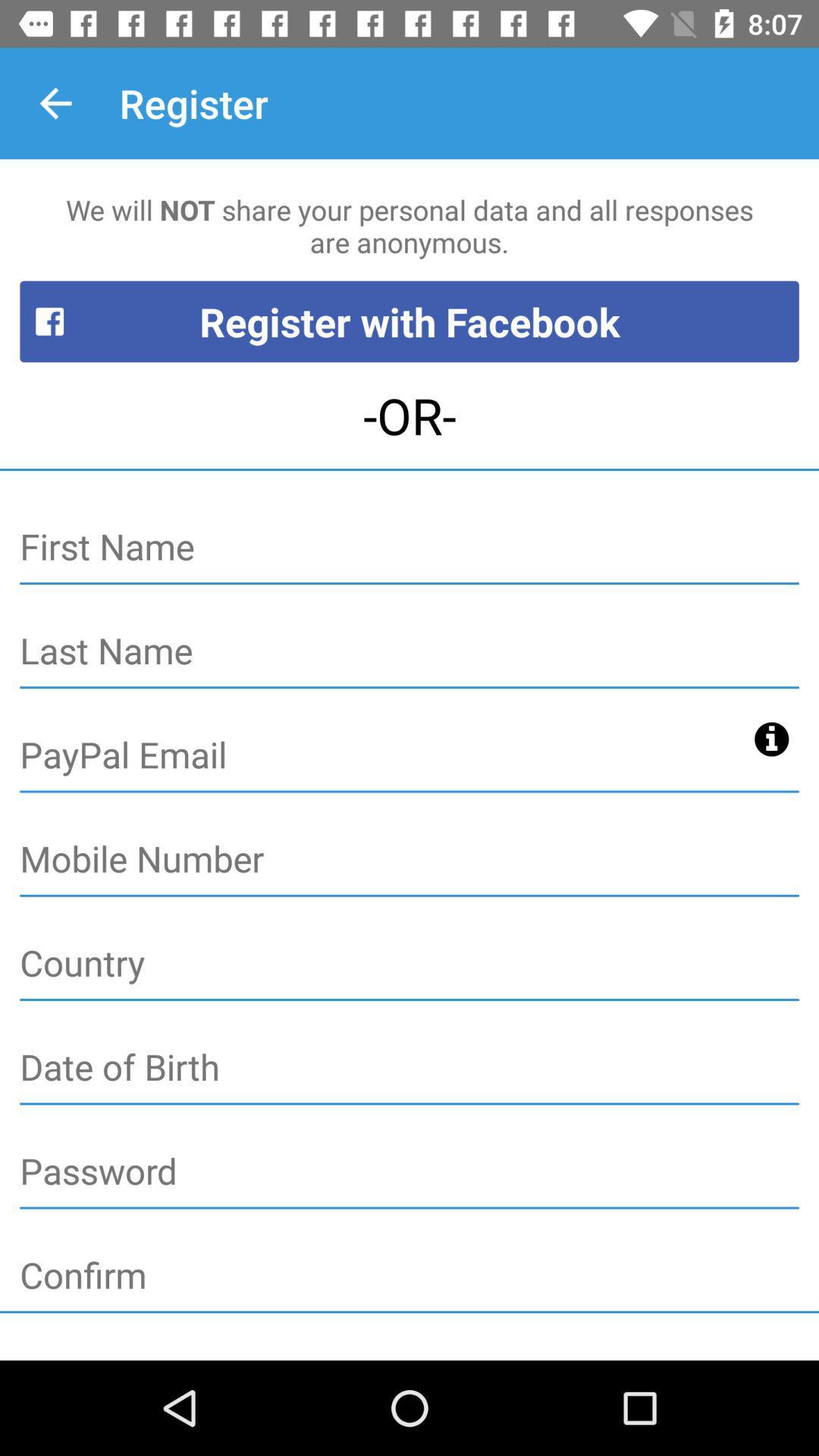  I want to click on birthday, so click(409, 1067).